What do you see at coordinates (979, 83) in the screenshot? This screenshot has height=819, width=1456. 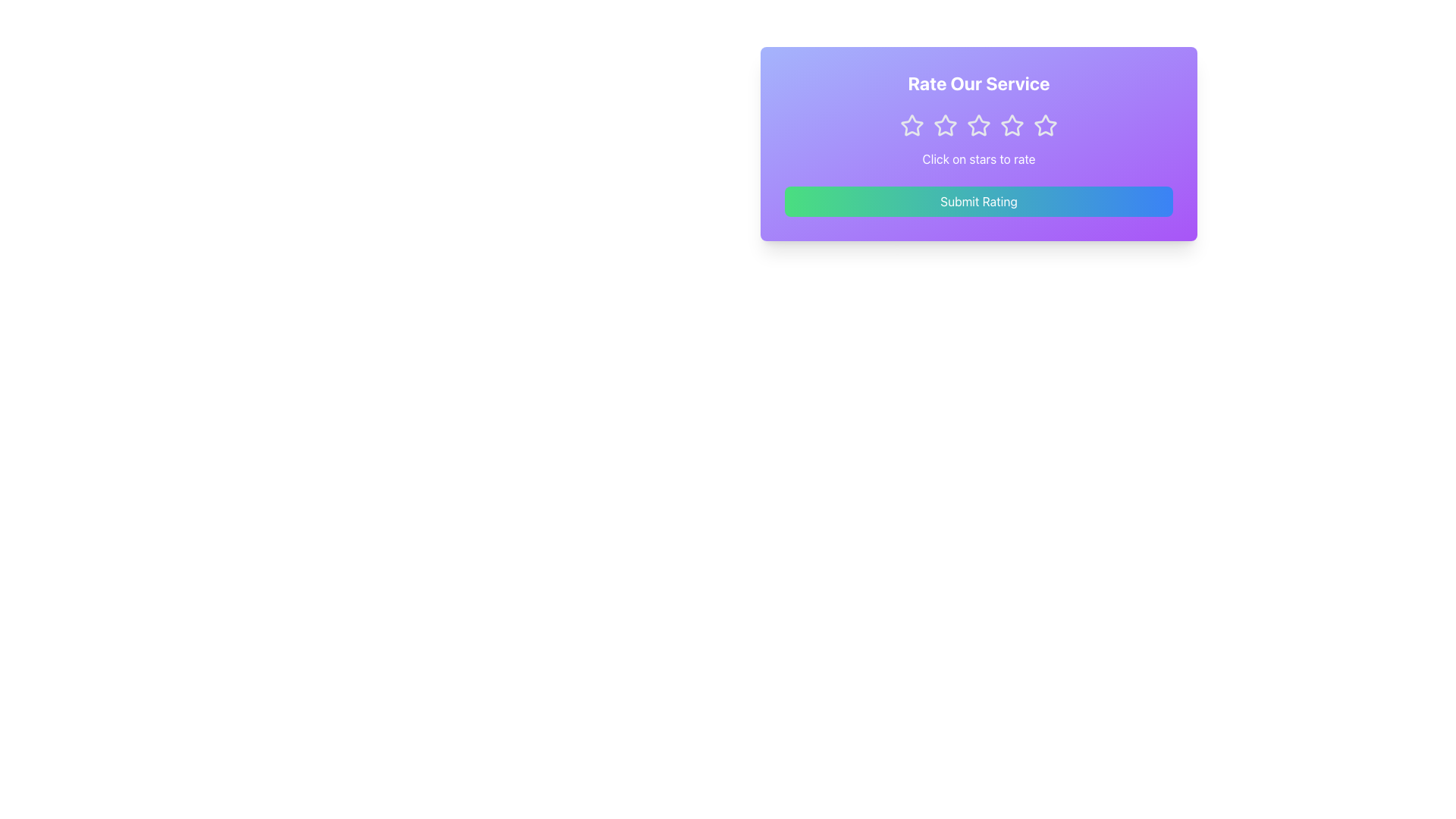 I see `title text located at the top of the gradient purple card, which solicits a service rating from the user` at bounding box center [979, 83].